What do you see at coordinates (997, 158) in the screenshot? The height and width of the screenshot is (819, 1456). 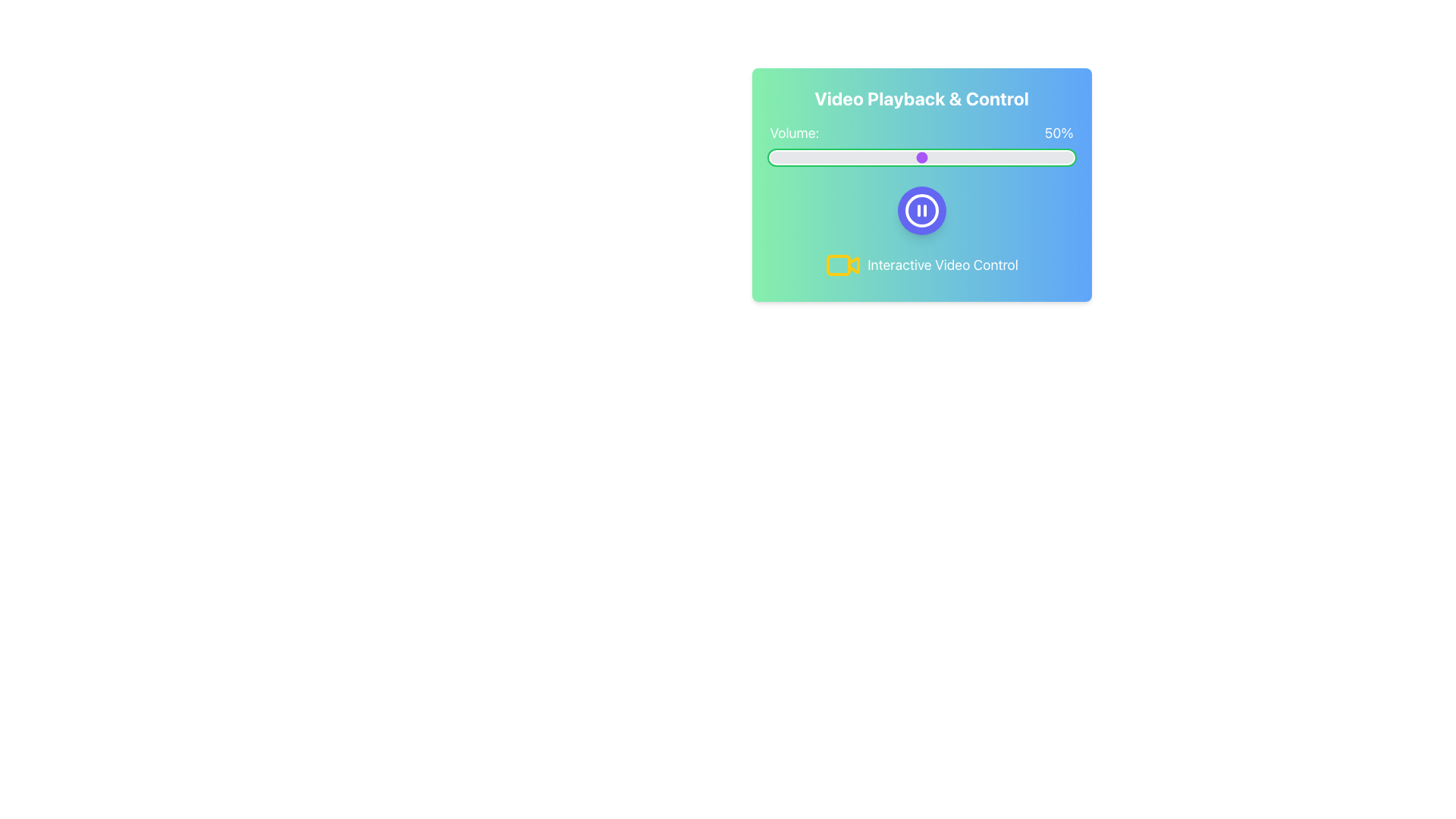 I see `the volume` at bounding box center [997, 158].